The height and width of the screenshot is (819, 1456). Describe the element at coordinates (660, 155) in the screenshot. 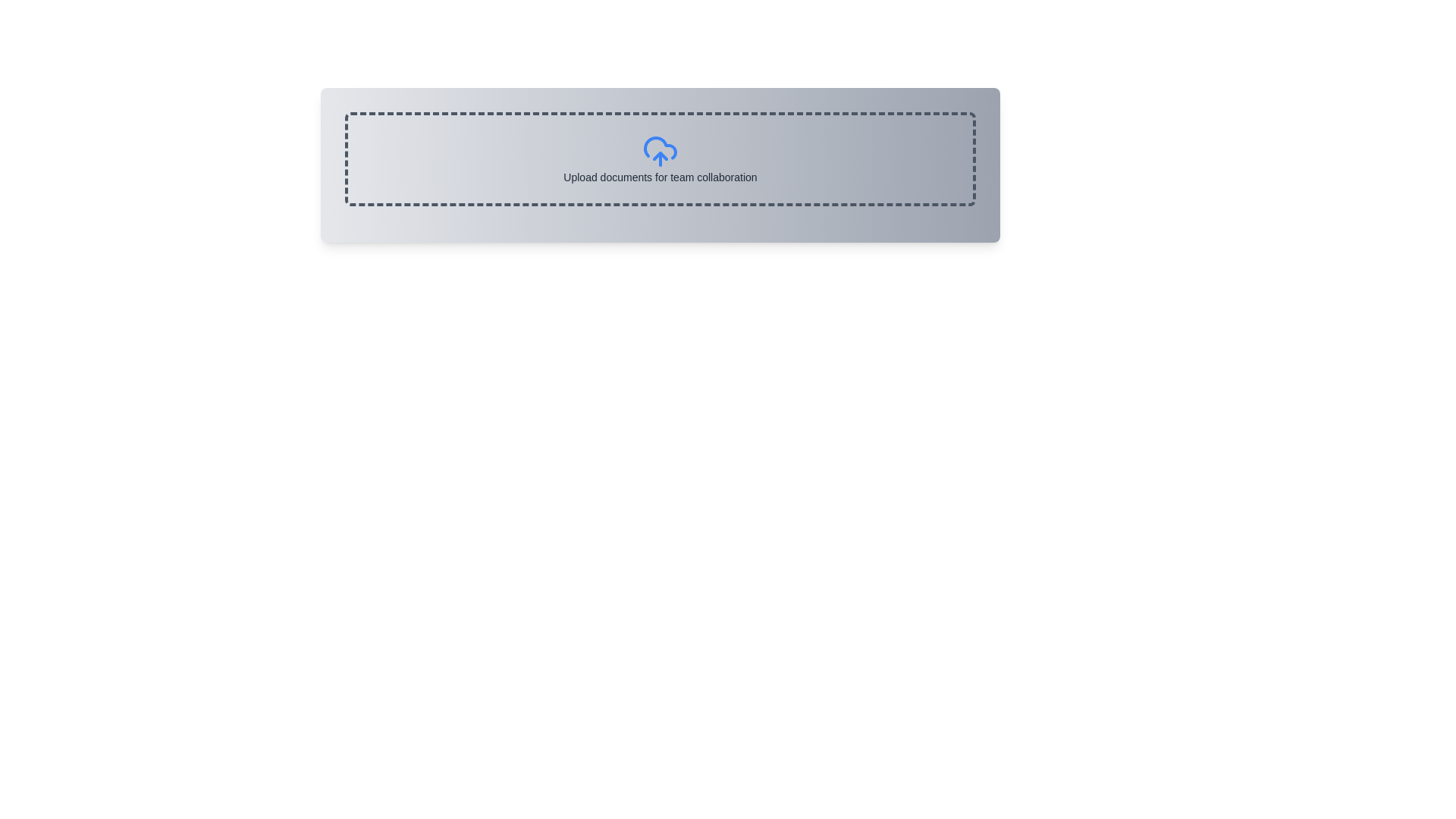

I see `the upward arrow segment of the cloud-shaped icon to trigger further actions related to document upload` at that location.